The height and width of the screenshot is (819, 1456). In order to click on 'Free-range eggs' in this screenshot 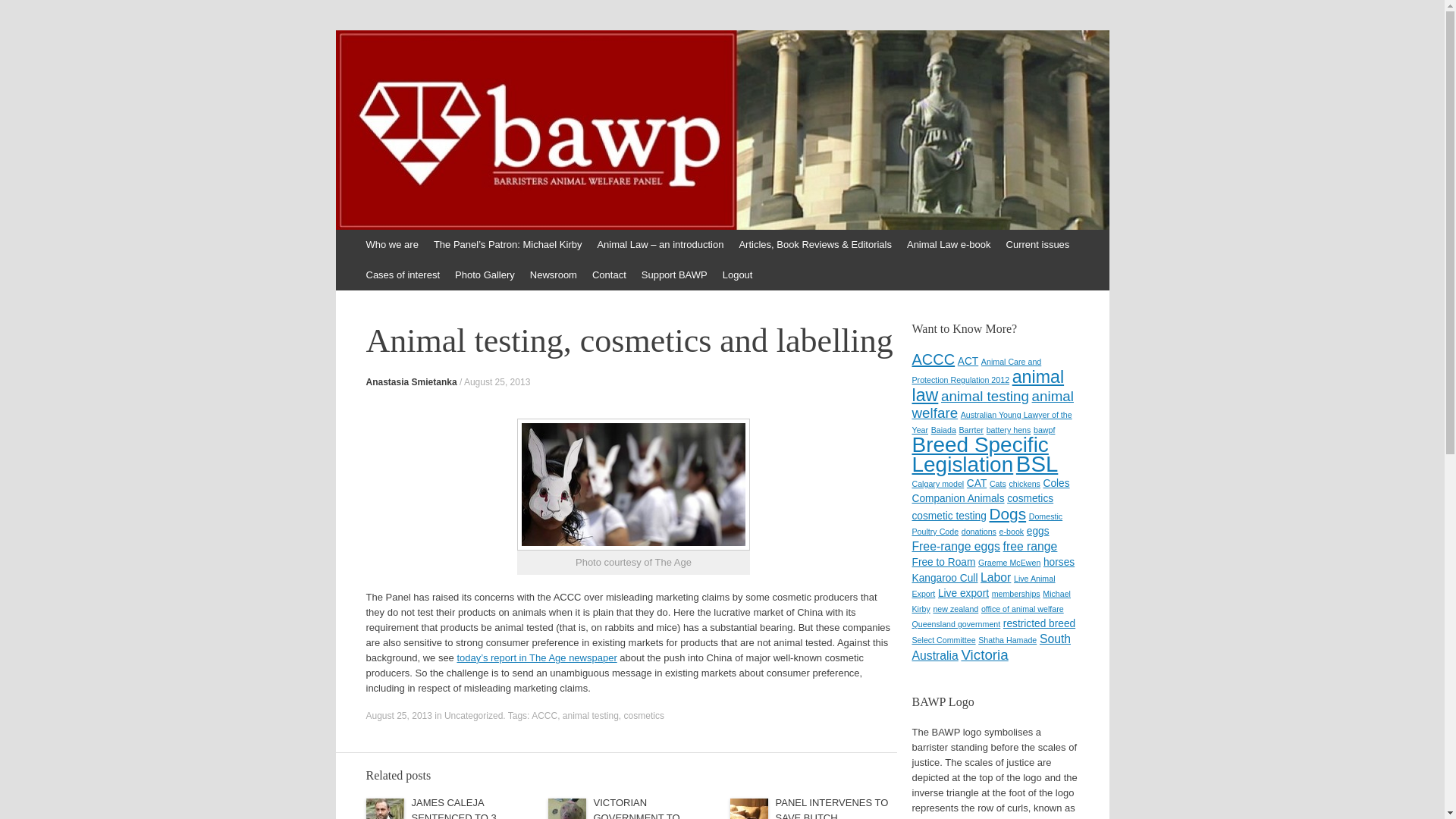, I will do `click(910, 546)`.